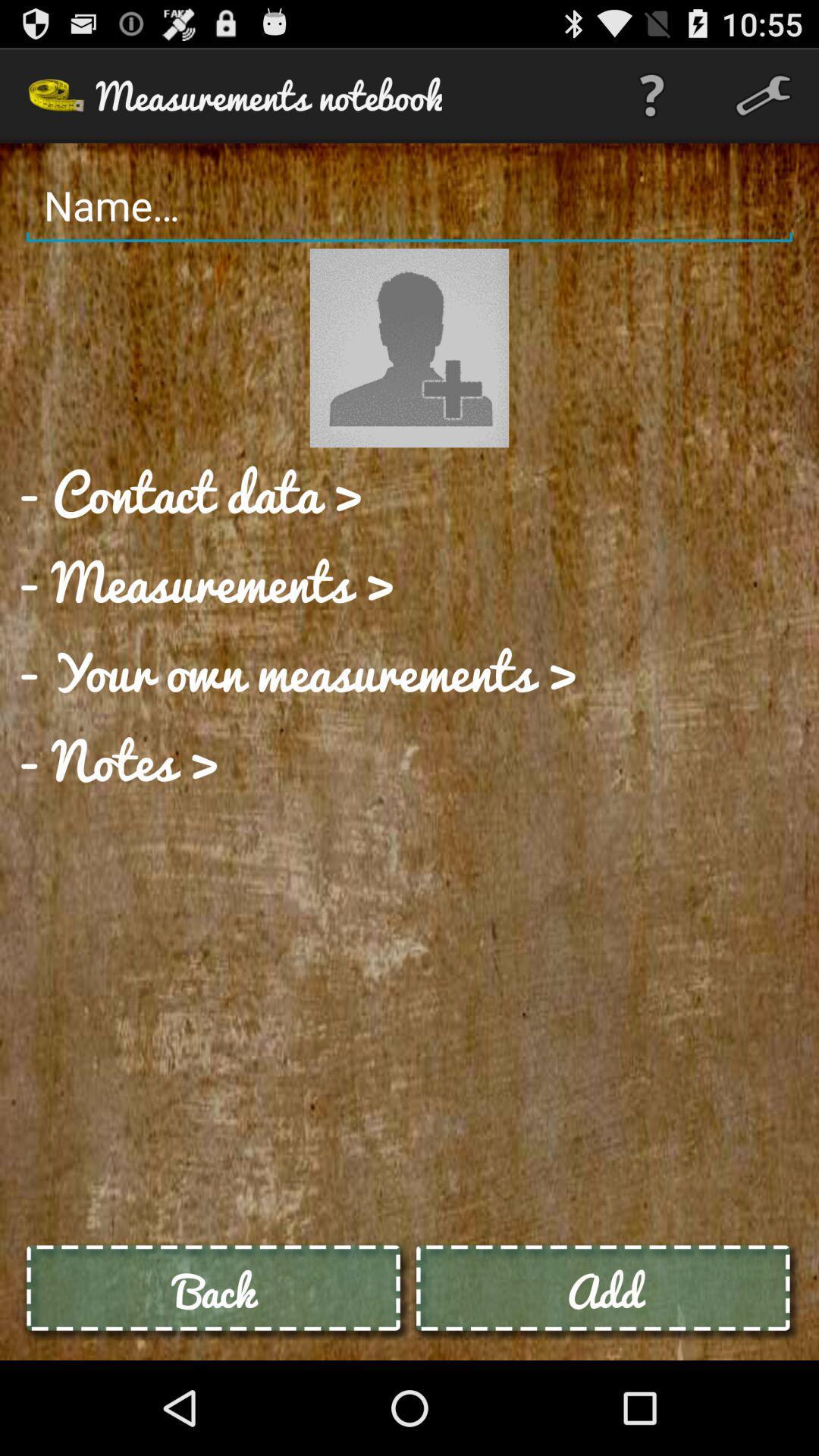 The image size is (819, 1456). What do you see at coordinates (215, 1290) in the screenshot?
I see `item to the left of the add icon` at bounding box center [215, 1290].